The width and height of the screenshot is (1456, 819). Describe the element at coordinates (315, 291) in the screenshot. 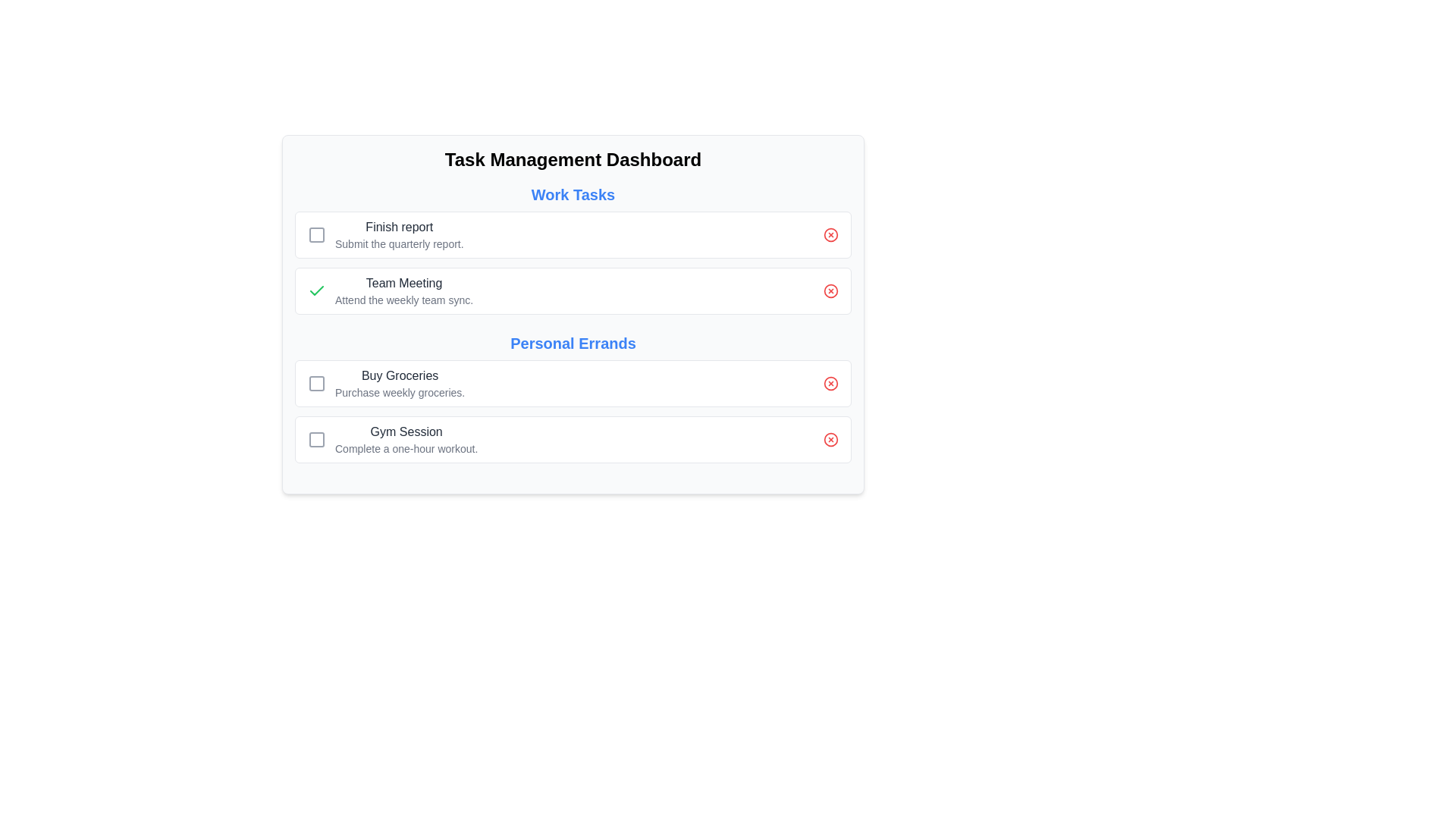

I see `the Checkbox or Confirmation Icon` at that location.